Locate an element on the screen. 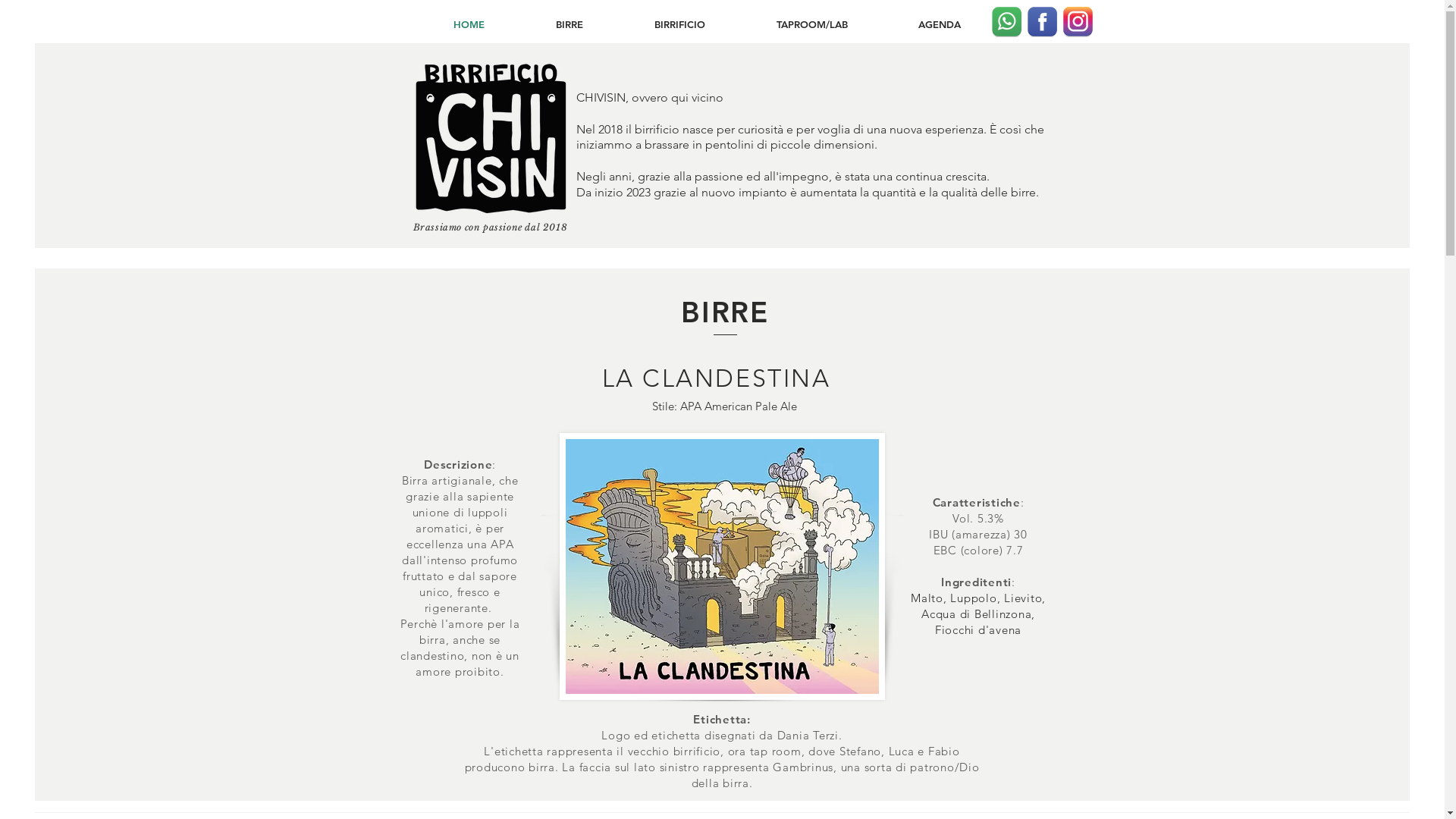 The height and width of the screenshot is (819, 1456). 'vai alla nostra pagina' is located at coordinates (1062, 22).